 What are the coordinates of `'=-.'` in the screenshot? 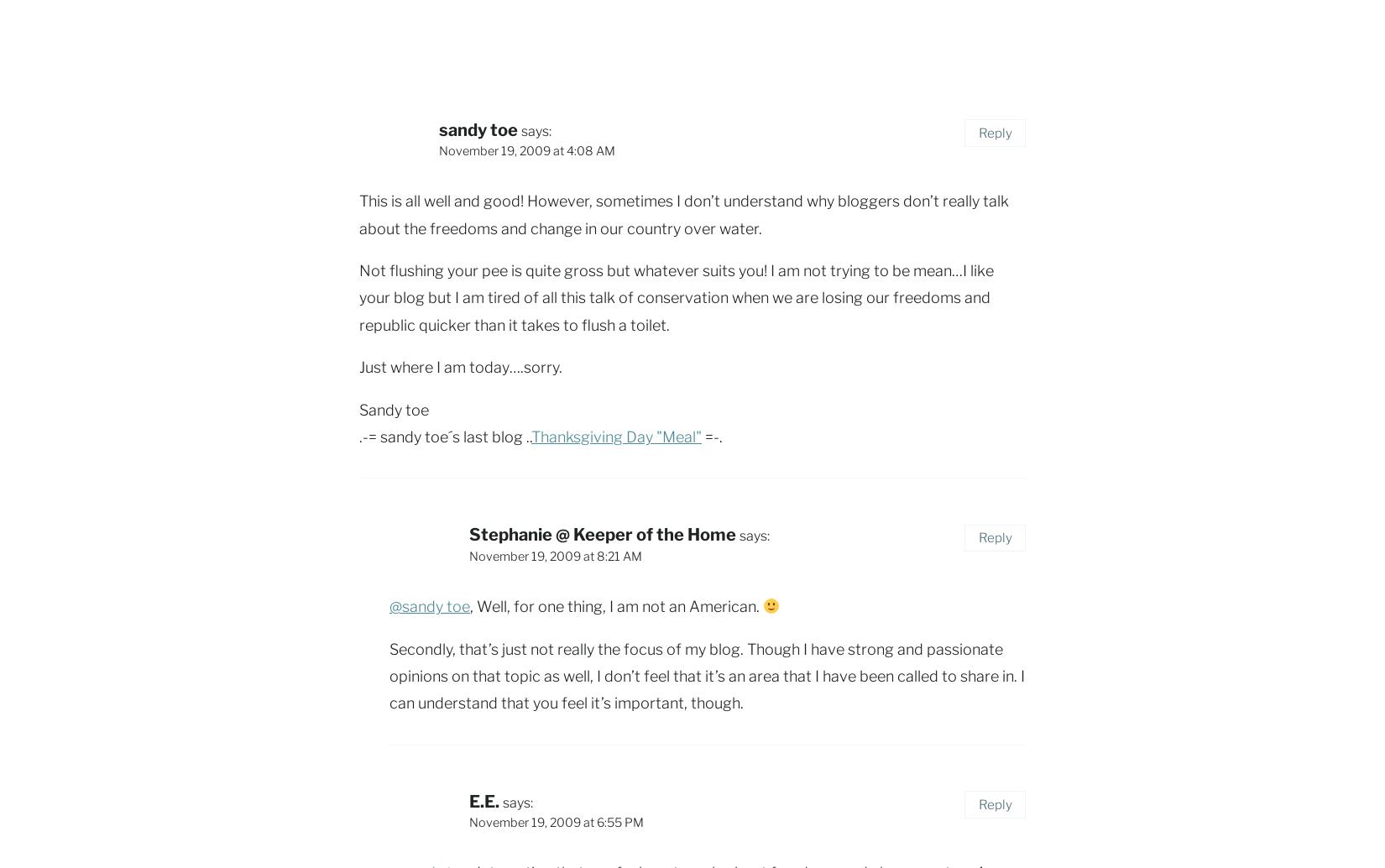 It's located at (702, 437).